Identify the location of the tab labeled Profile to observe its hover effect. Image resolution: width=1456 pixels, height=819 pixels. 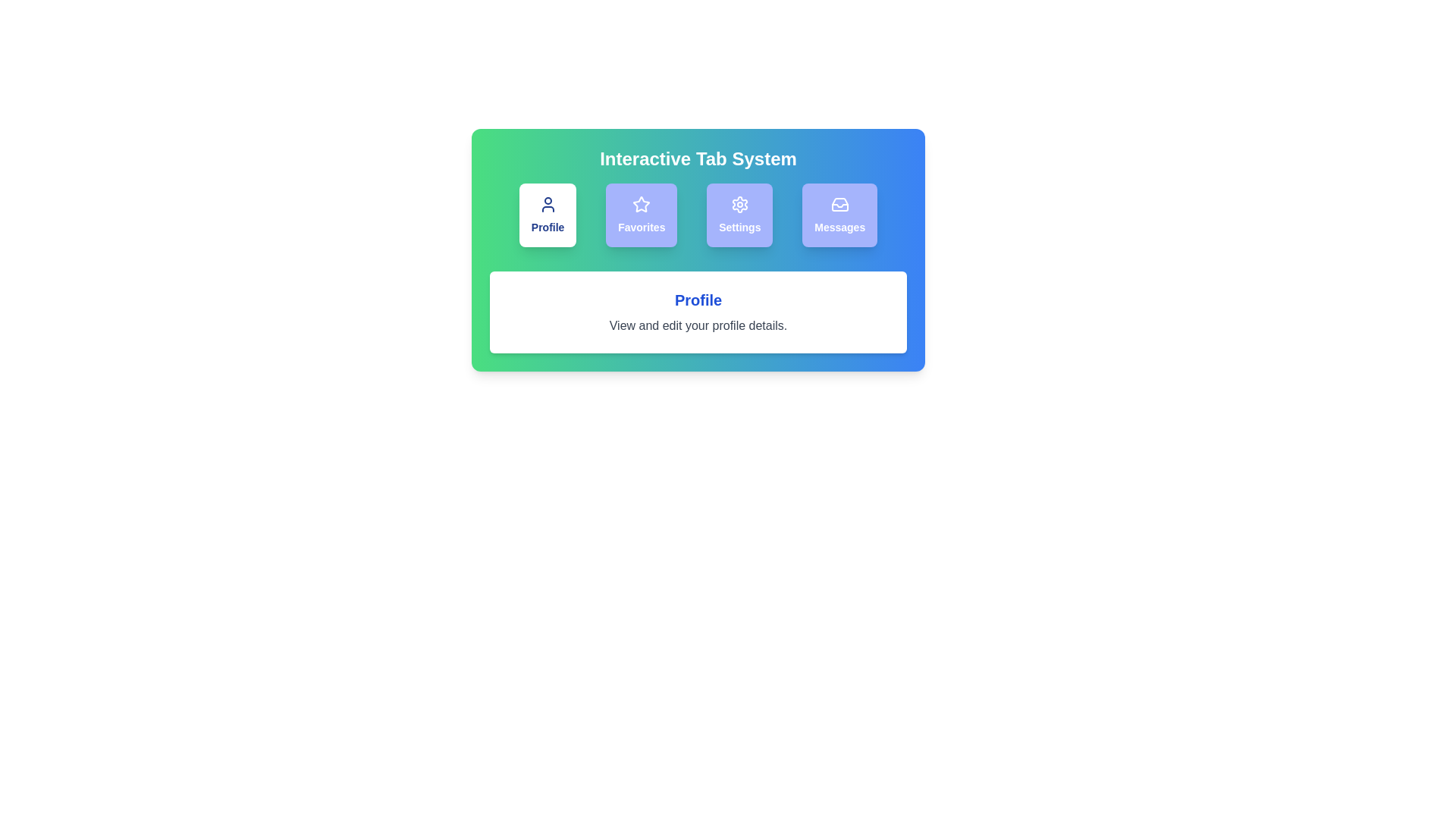
(547, 215).